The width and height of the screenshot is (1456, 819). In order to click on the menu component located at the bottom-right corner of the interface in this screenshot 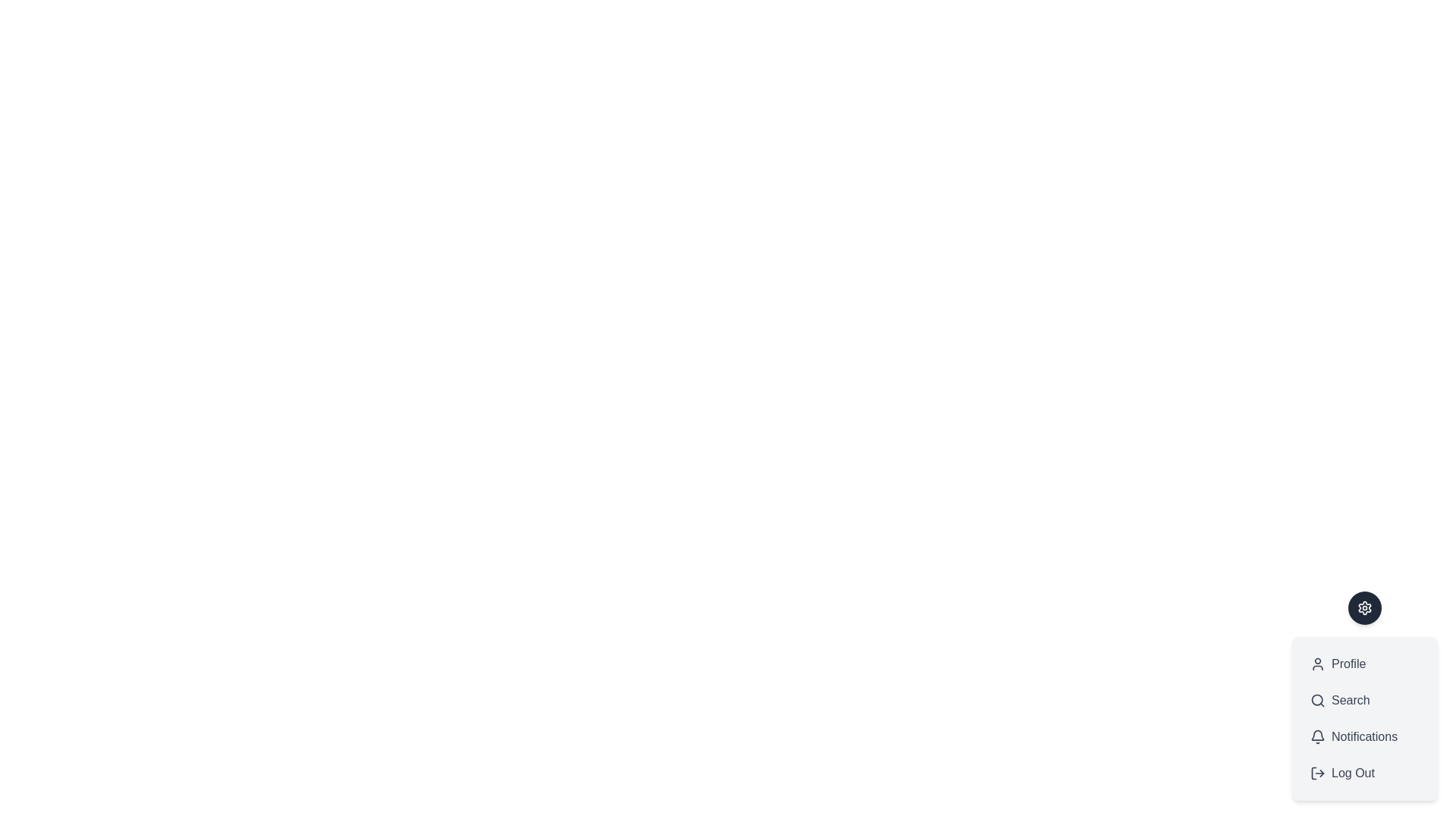, I will do `click(1365, 718)`.